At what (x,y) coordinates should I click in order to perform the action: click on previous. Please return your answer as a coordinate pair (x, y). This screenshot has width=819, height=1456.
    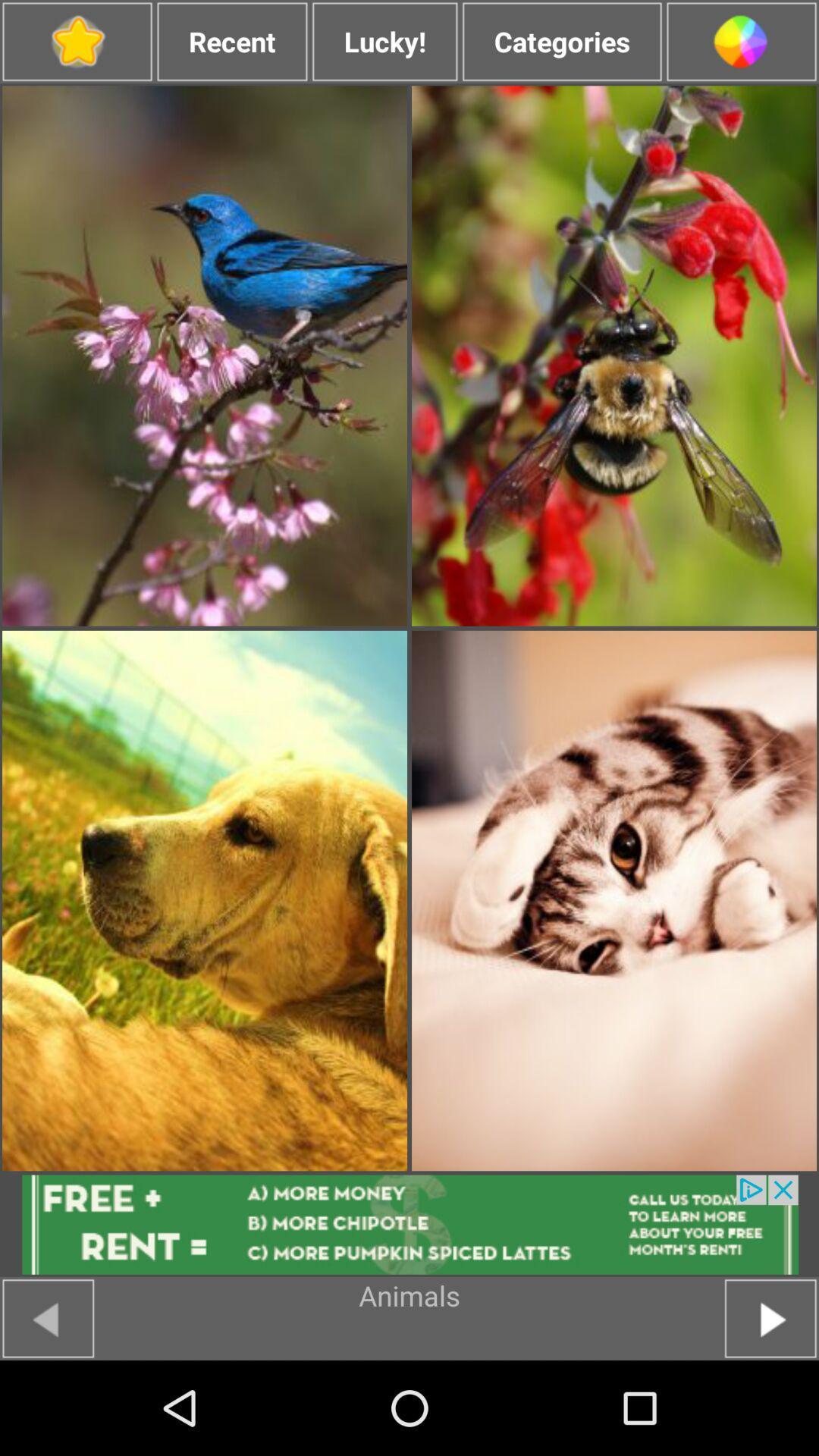
    Looking at the image, I should click on (47, 1317).